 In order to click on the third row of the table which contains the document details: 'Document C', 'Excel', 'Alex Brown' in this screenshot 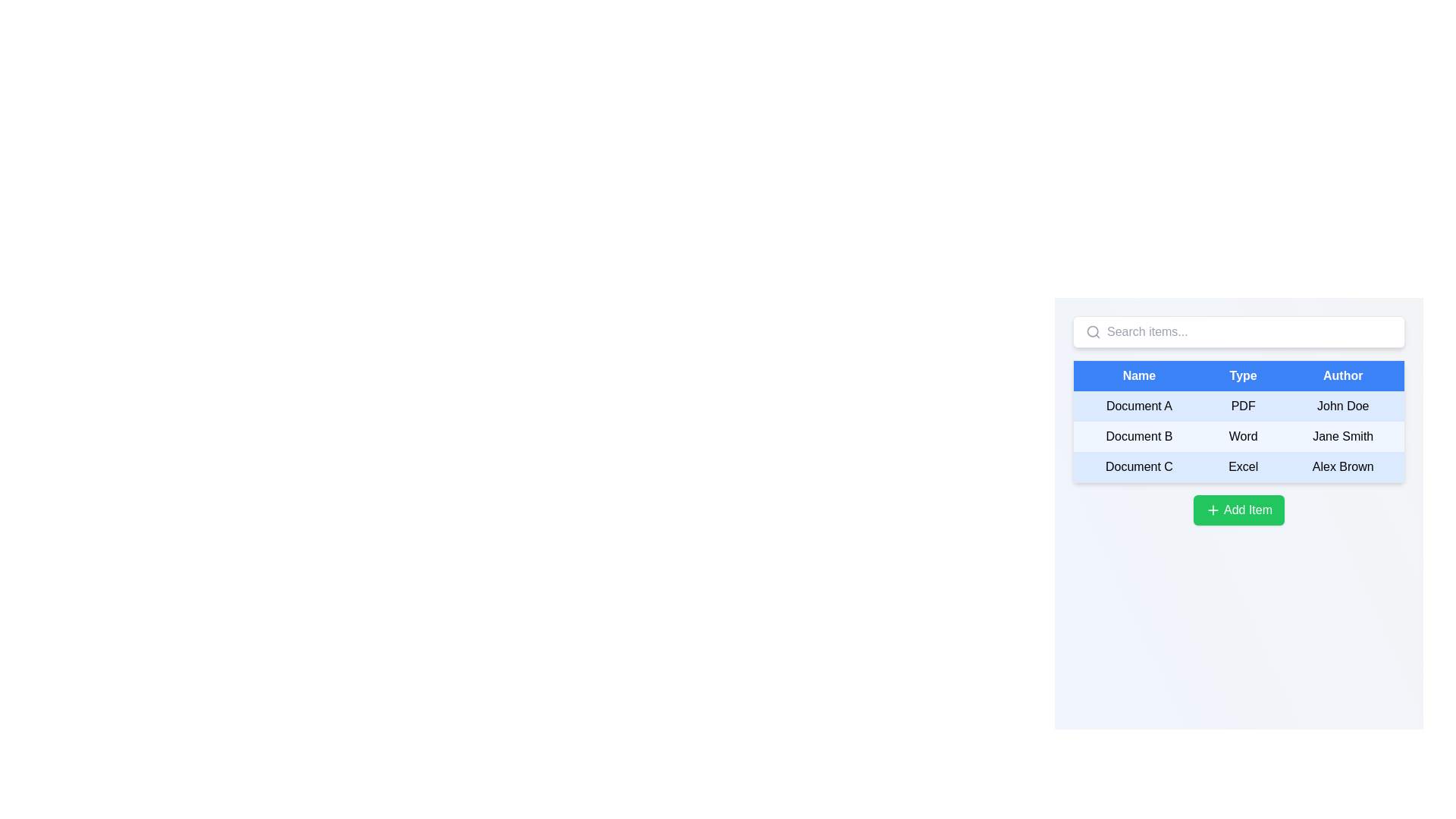, I will do `click(1238, 466)`.